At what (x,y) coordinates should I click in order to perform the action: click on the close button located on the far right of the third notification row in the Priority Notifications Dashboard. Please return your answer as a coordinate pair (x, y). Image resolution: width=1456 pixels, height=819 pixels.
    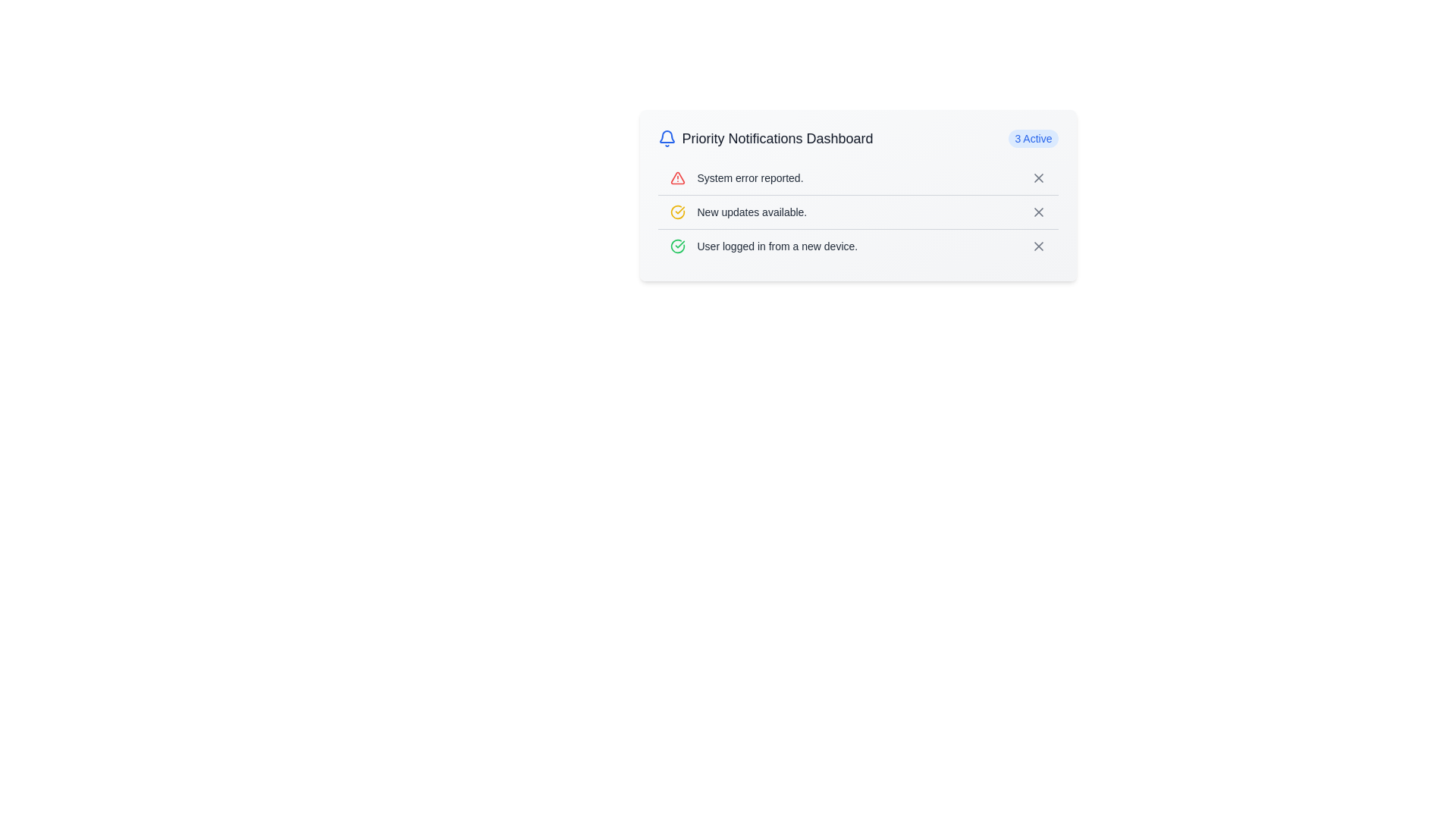
    Looking at the image, I should click on (1037, 245).